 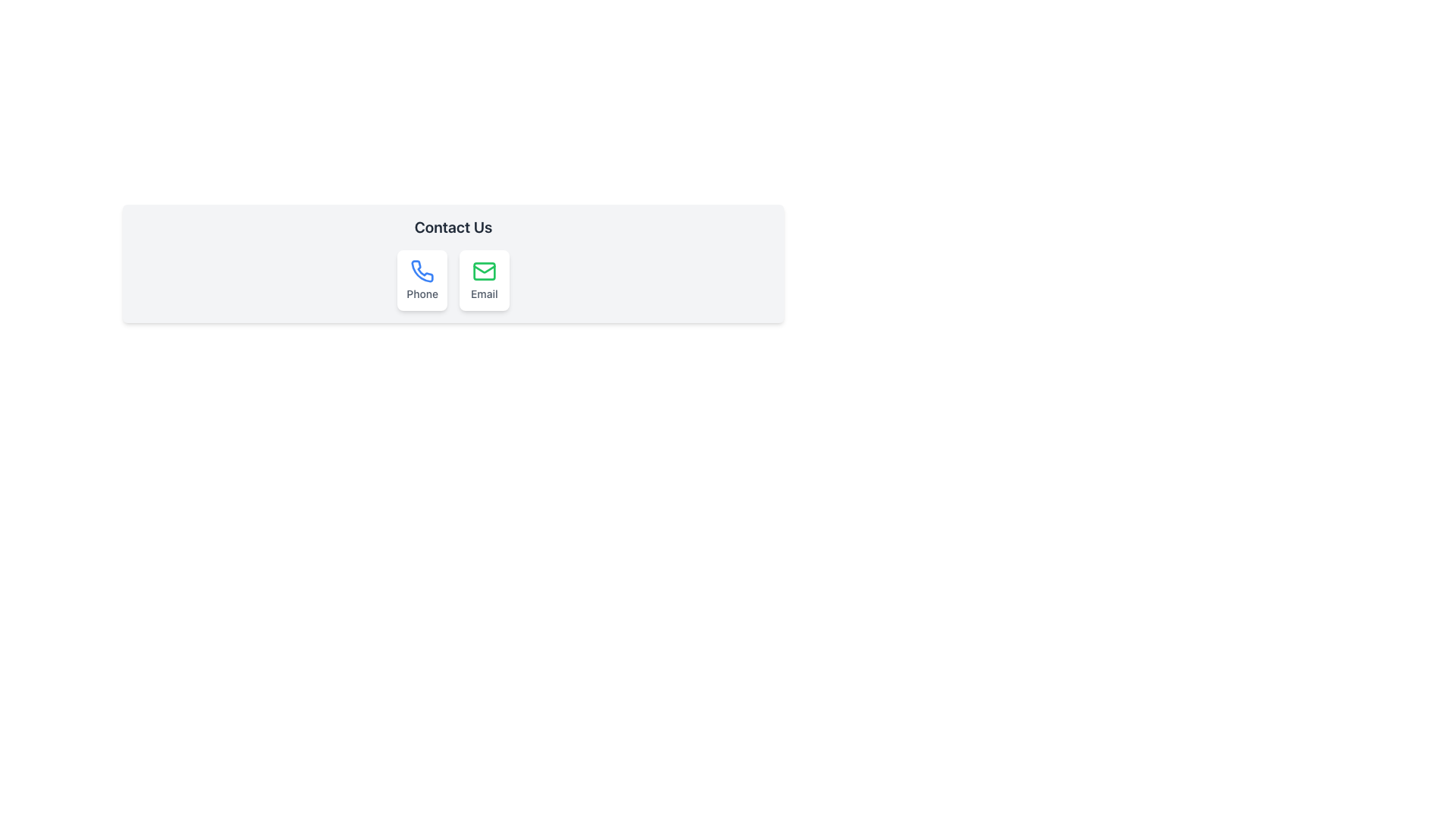 What do you see at coordinates (422, 281) in the screenshot?
I see `the blue phone icon at the top of the Informational Card under the 'Contact Us' heading` at bounding box center [422, 281].